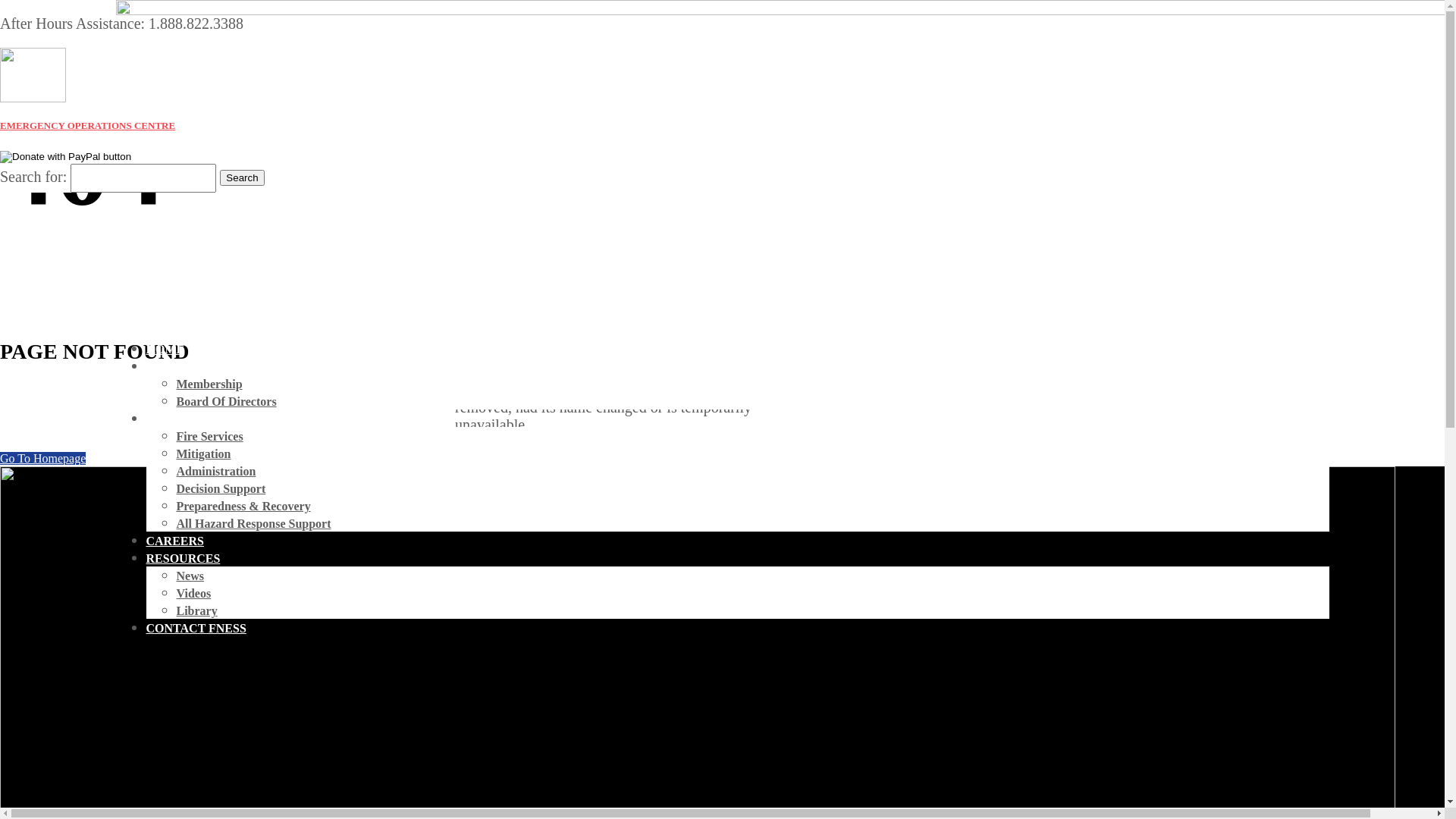 The width and height of the screenshot is (1456, 819). Describe the element at coordinates (165, 349) in the screenshot. I see `'HOME'` at that location.